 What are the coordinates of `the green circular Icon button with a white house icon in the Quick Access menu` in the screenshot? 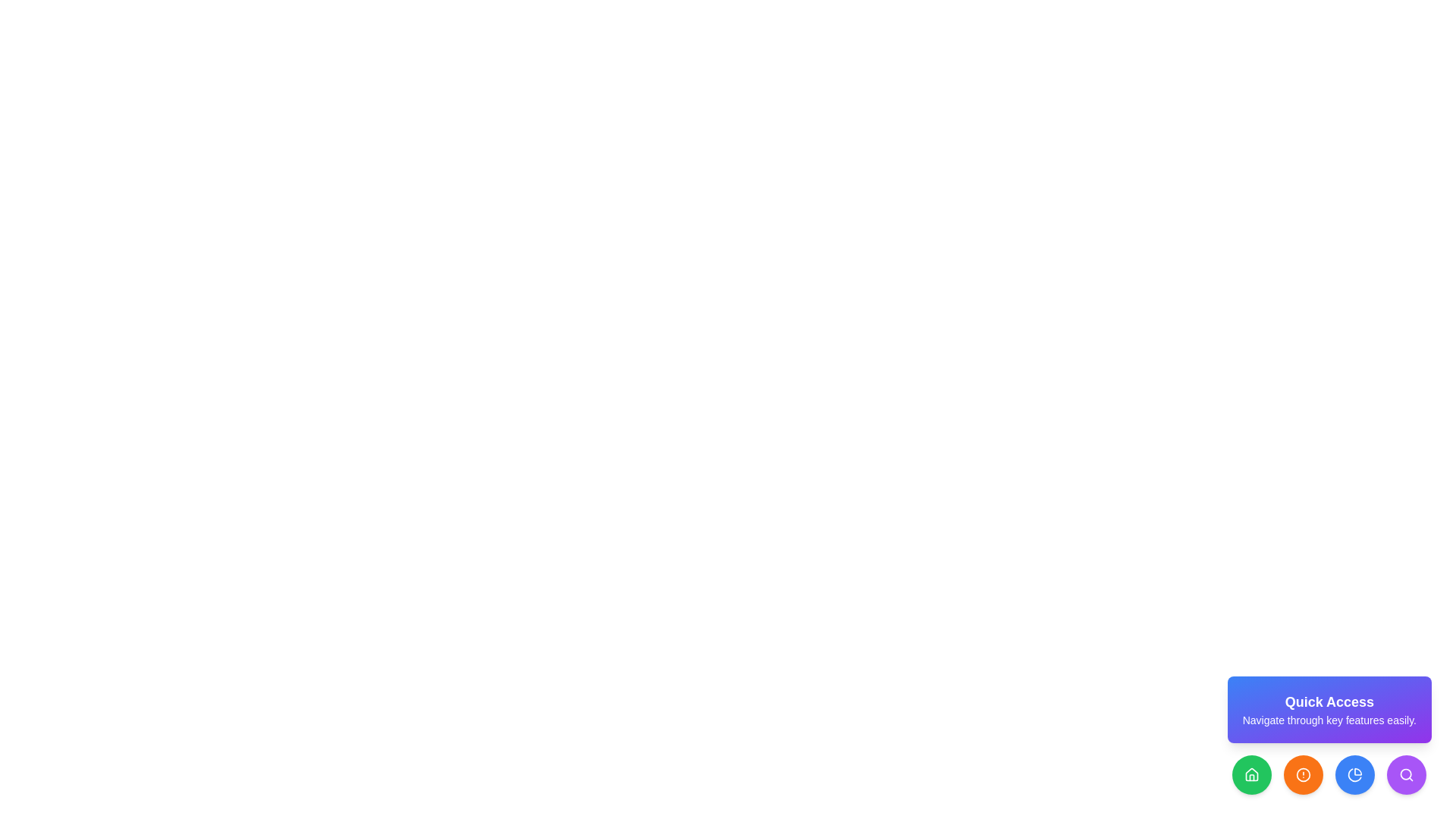 It's located at (1252, 775).